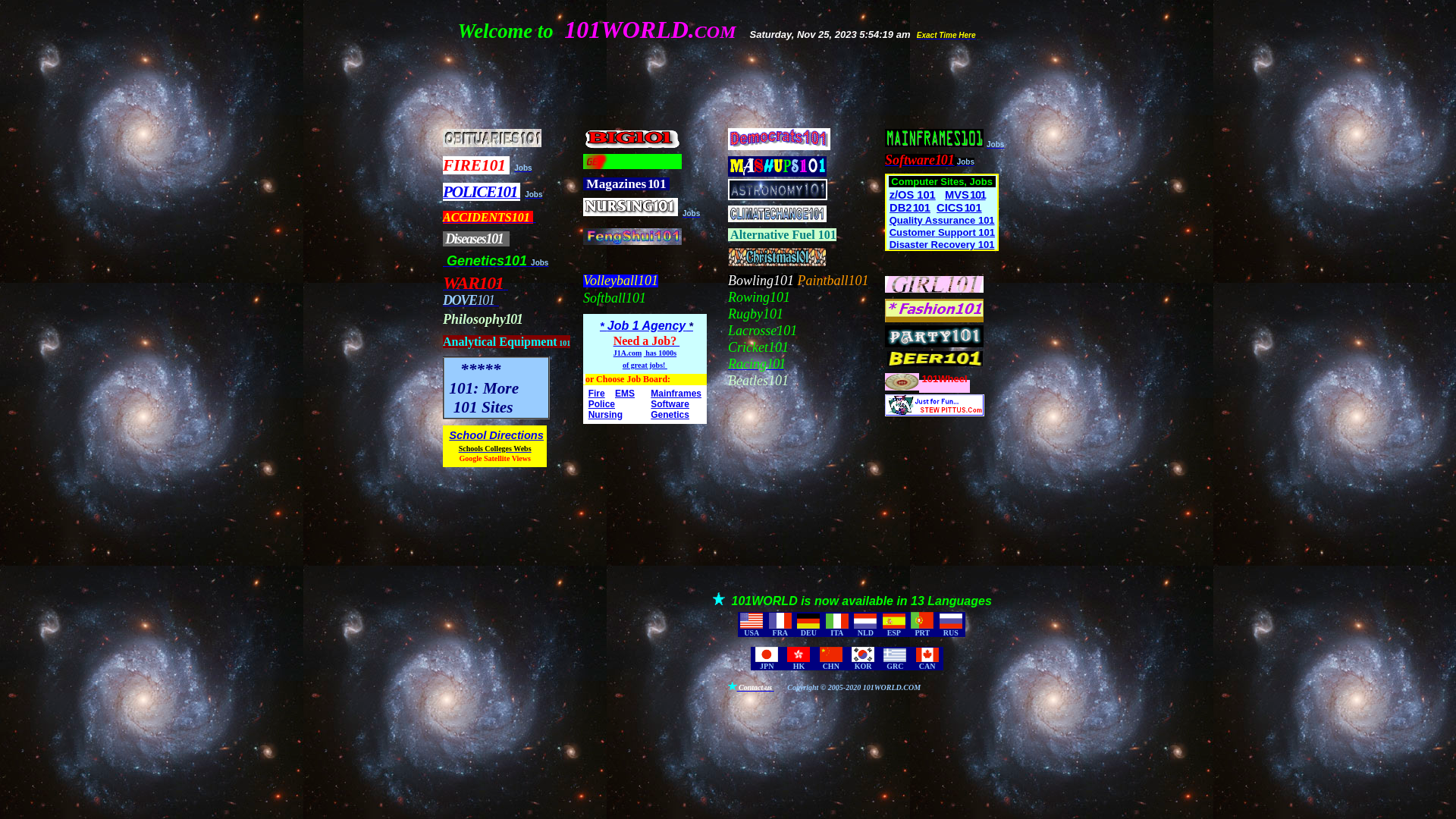  What do you see at coordinates (830, 664) in the screenshot?
I see `'CHN'` at bounding box center [830, 664].